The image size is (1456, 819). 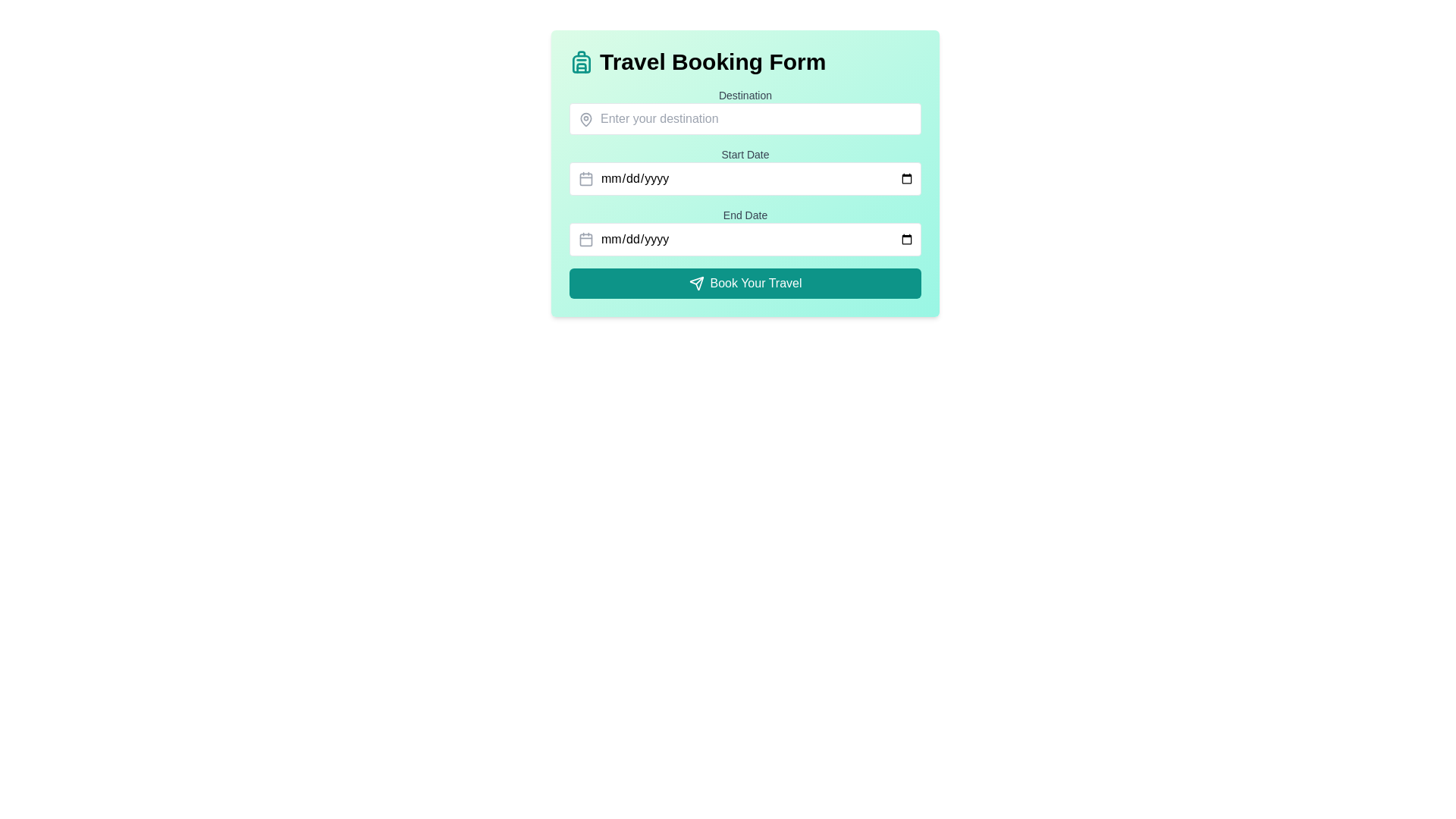 I want to click on label indicating the purpose of the adjacent input field for the travel destination, located at the top-center of the form layout, so click(x=745, y=96).